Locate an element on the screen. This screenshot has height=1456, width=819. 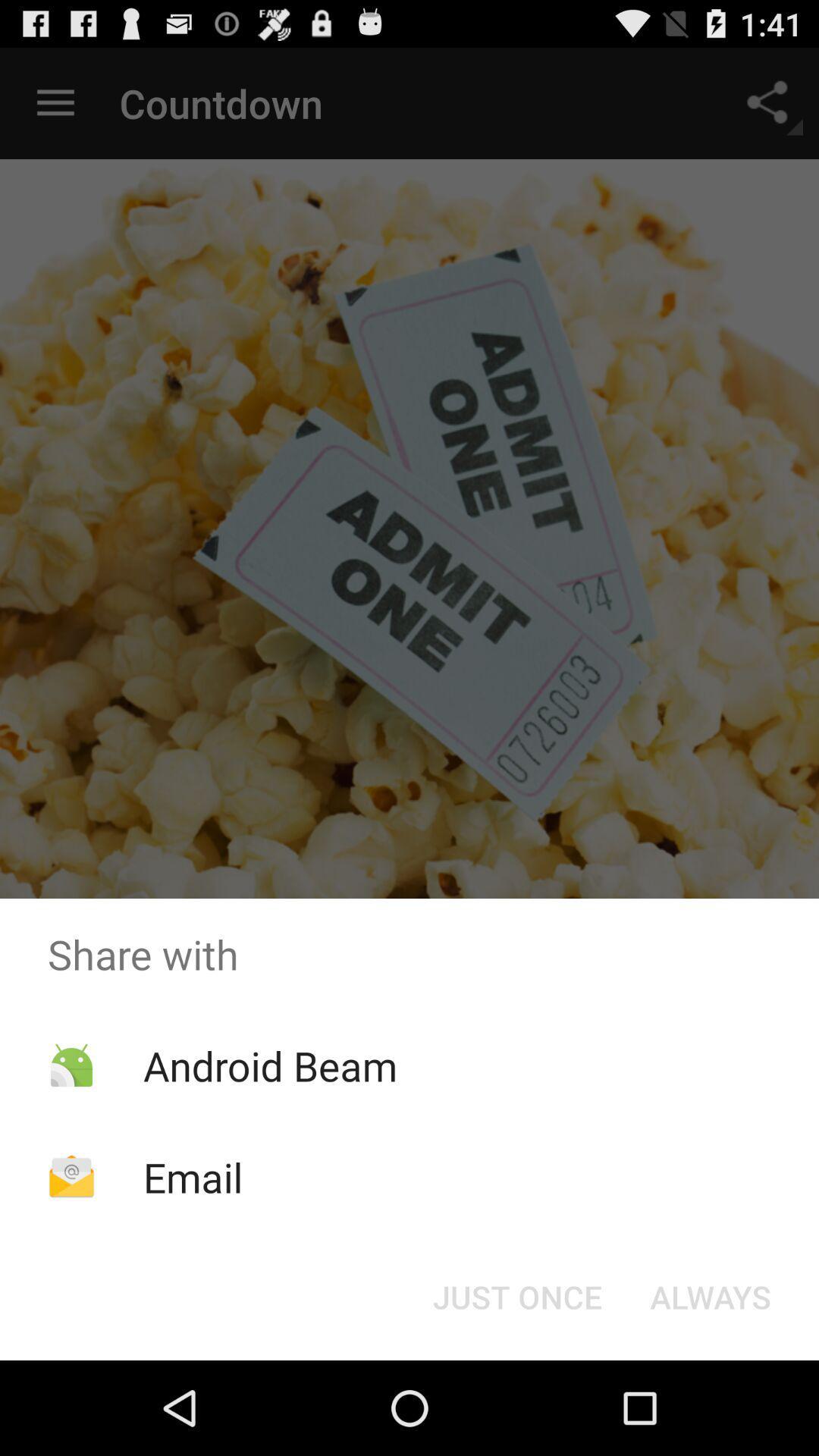
the email app is located at coordinates (192, 1176).